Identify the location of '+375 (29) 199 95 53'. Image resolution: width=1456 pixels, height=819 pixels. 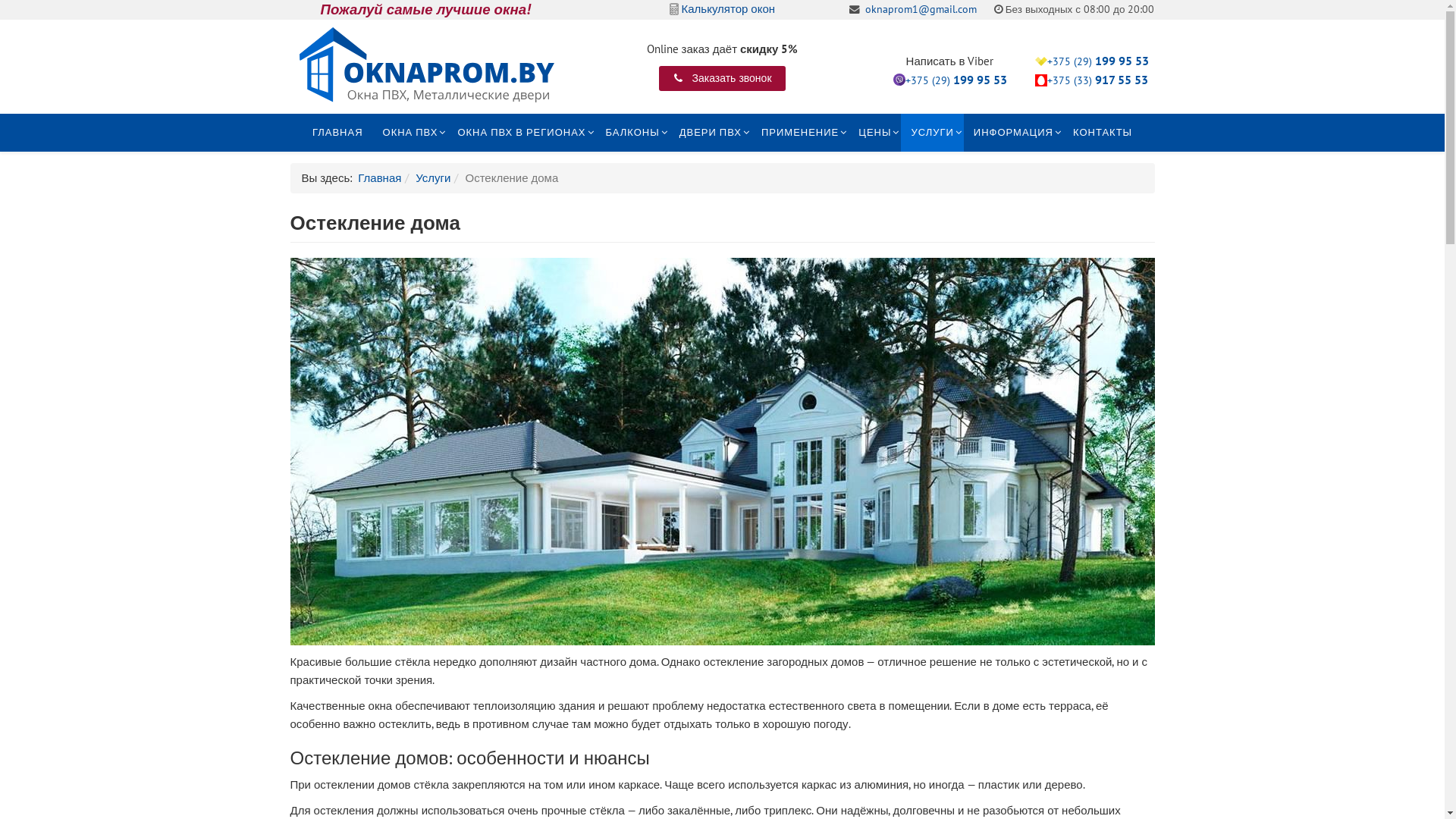
(1098, 60).